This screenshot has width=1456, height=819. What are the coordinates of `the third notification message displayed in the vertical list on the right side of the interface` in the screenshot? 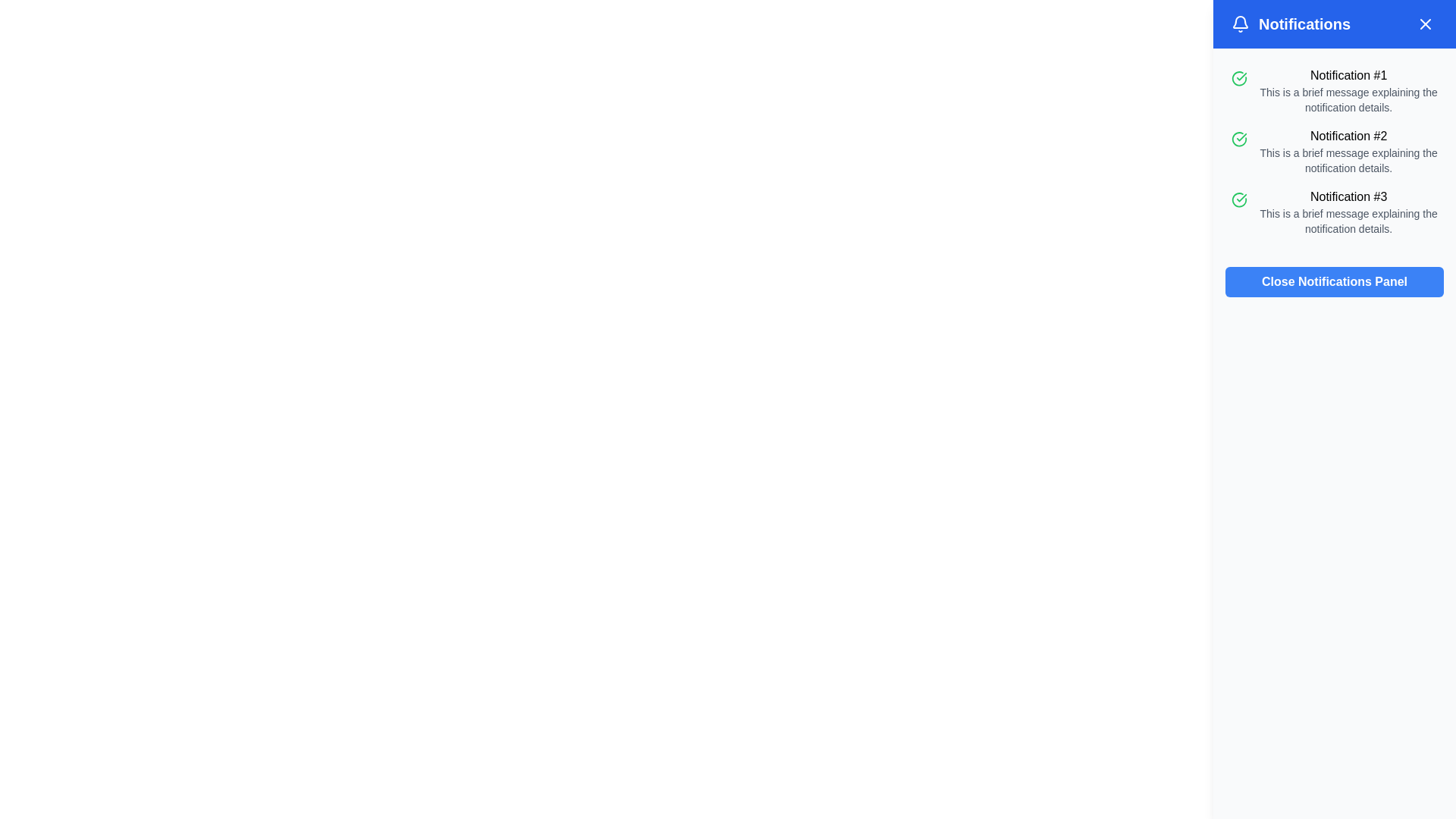 It's located at (1348, 212).